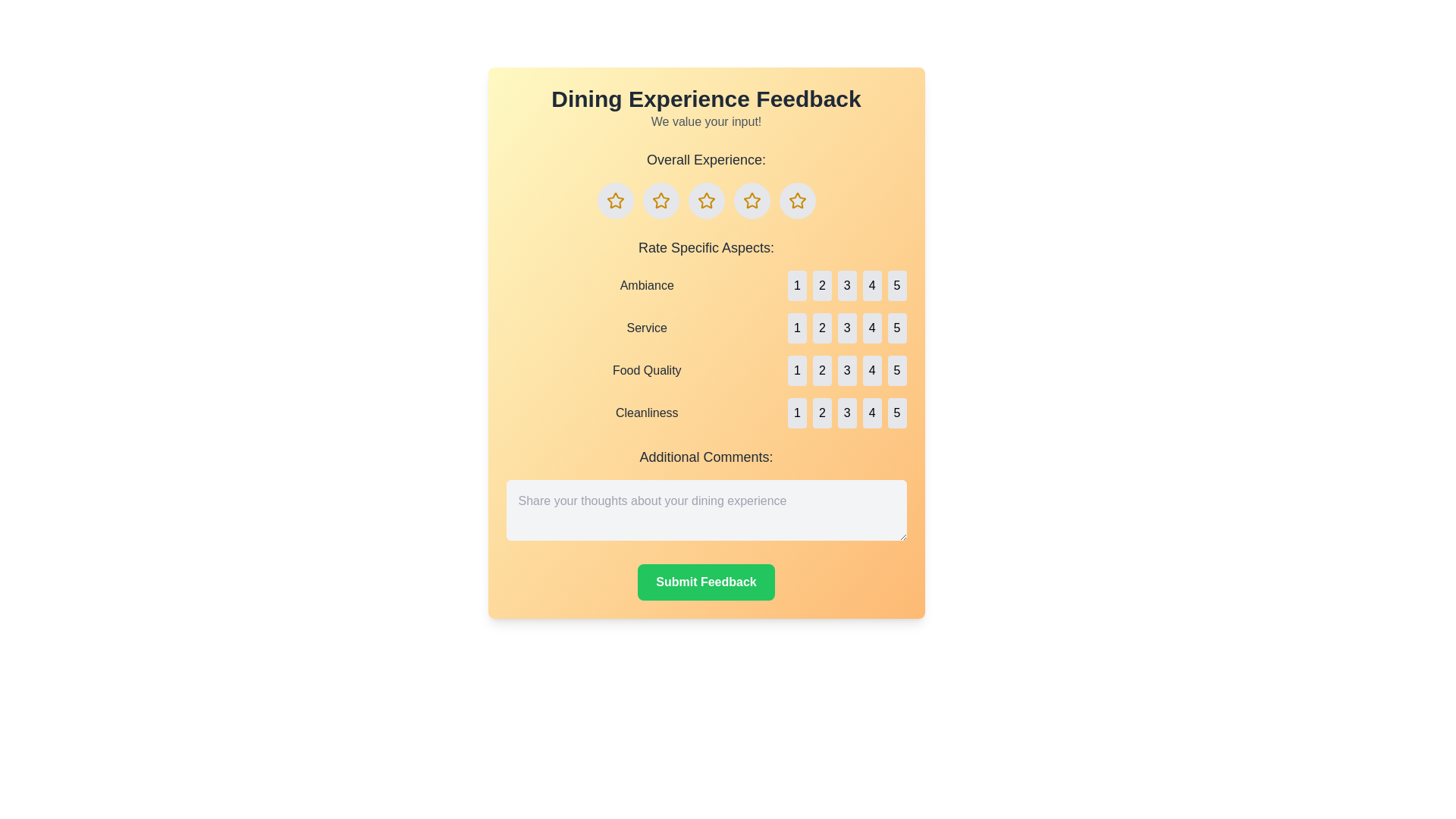 The image size is (1456, 819). I want to click on on the fourth star rating icon under the 'Overall Experience' label, so click(751, 199).